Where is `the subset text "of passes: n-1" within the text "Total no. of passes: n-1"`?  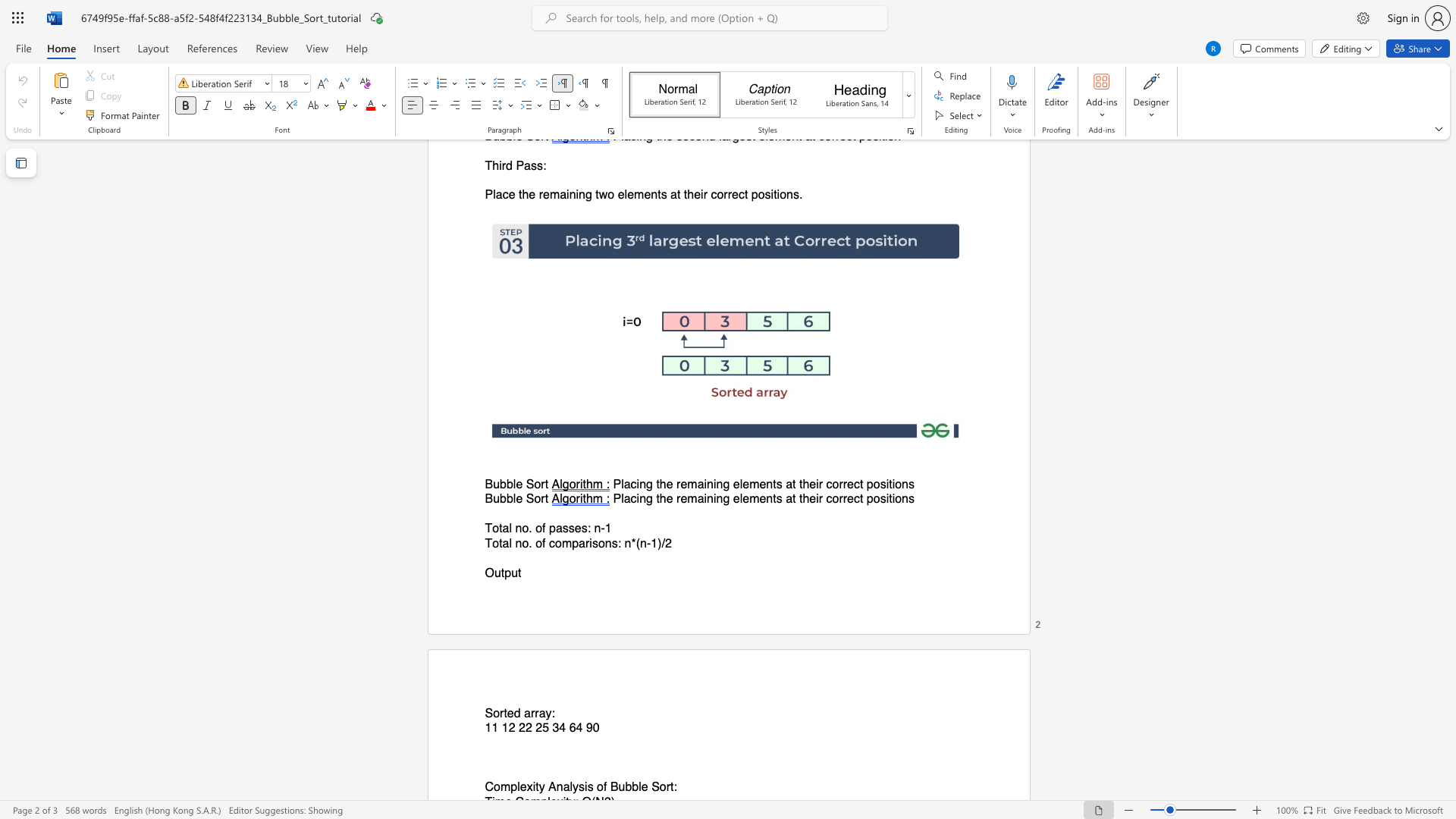
the subset text "of passes: n-1" within the text "Total no. of passes: n-1" is located at coordinates (535, 528).